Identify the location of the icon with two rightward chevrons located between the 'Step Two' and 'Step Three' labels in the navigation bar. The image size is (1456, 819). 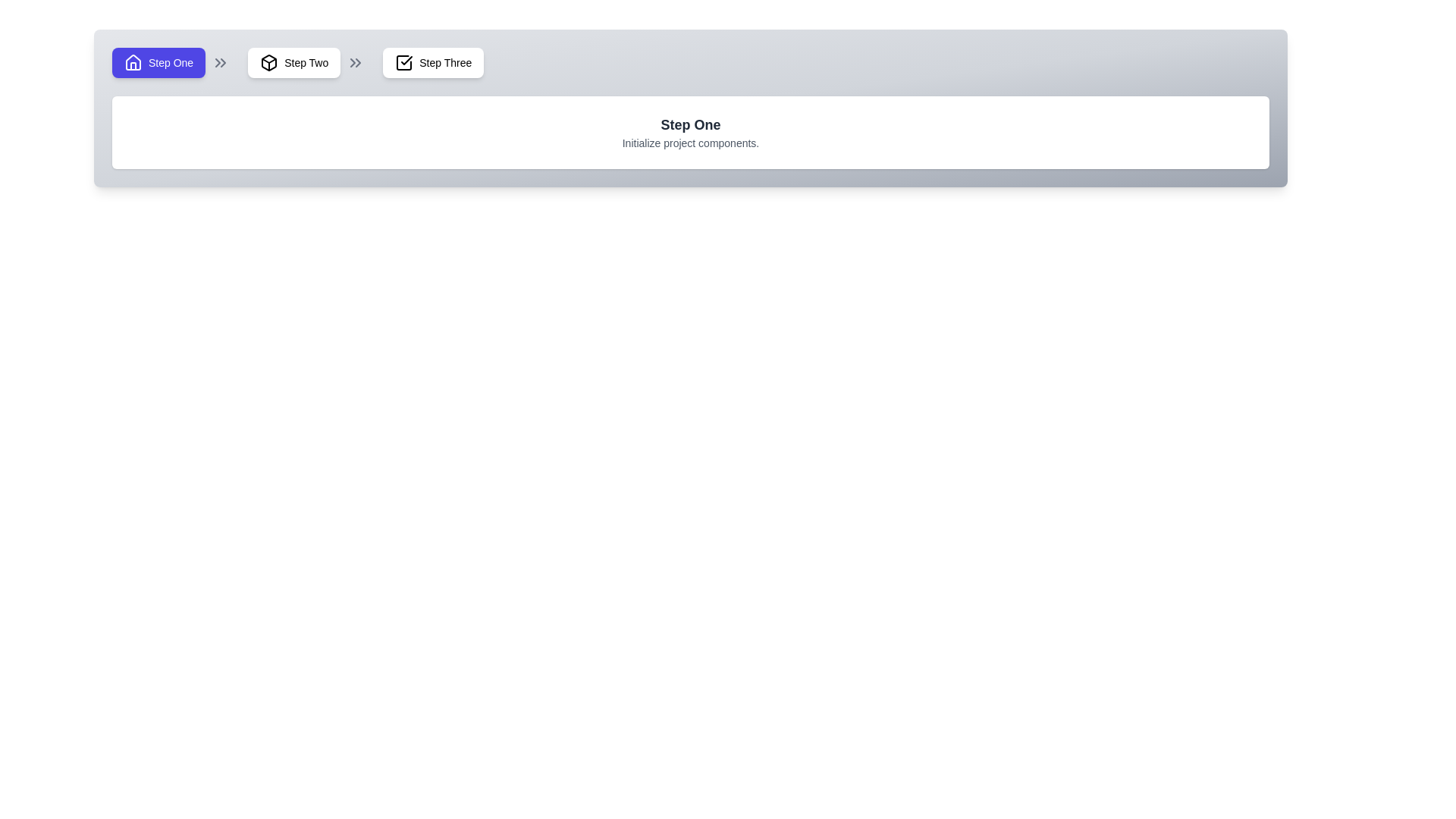
(355, 62).